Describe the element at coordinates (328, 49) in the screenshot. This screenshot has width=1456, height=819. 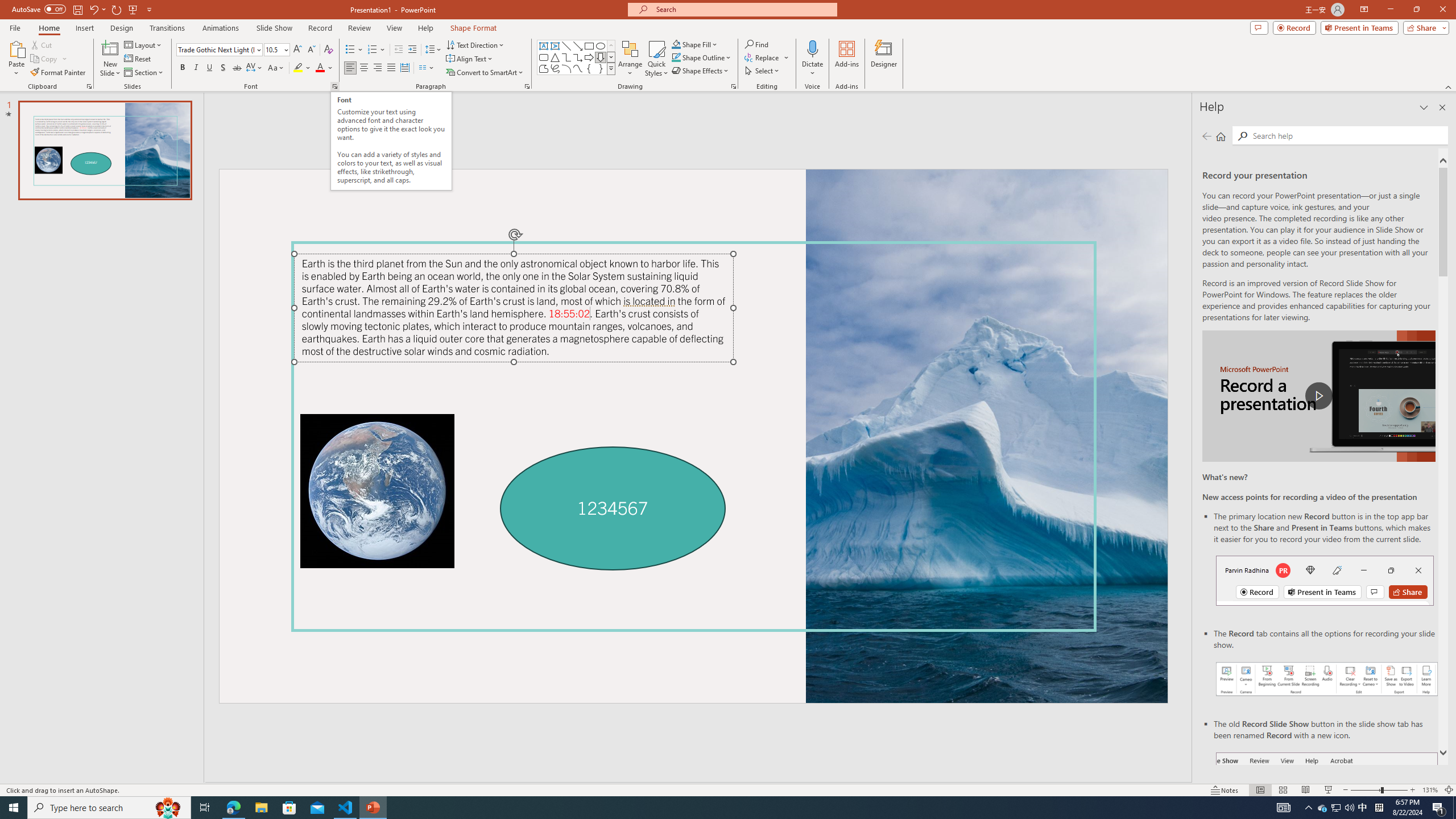
I see `'Clear Formatting'` at that location.